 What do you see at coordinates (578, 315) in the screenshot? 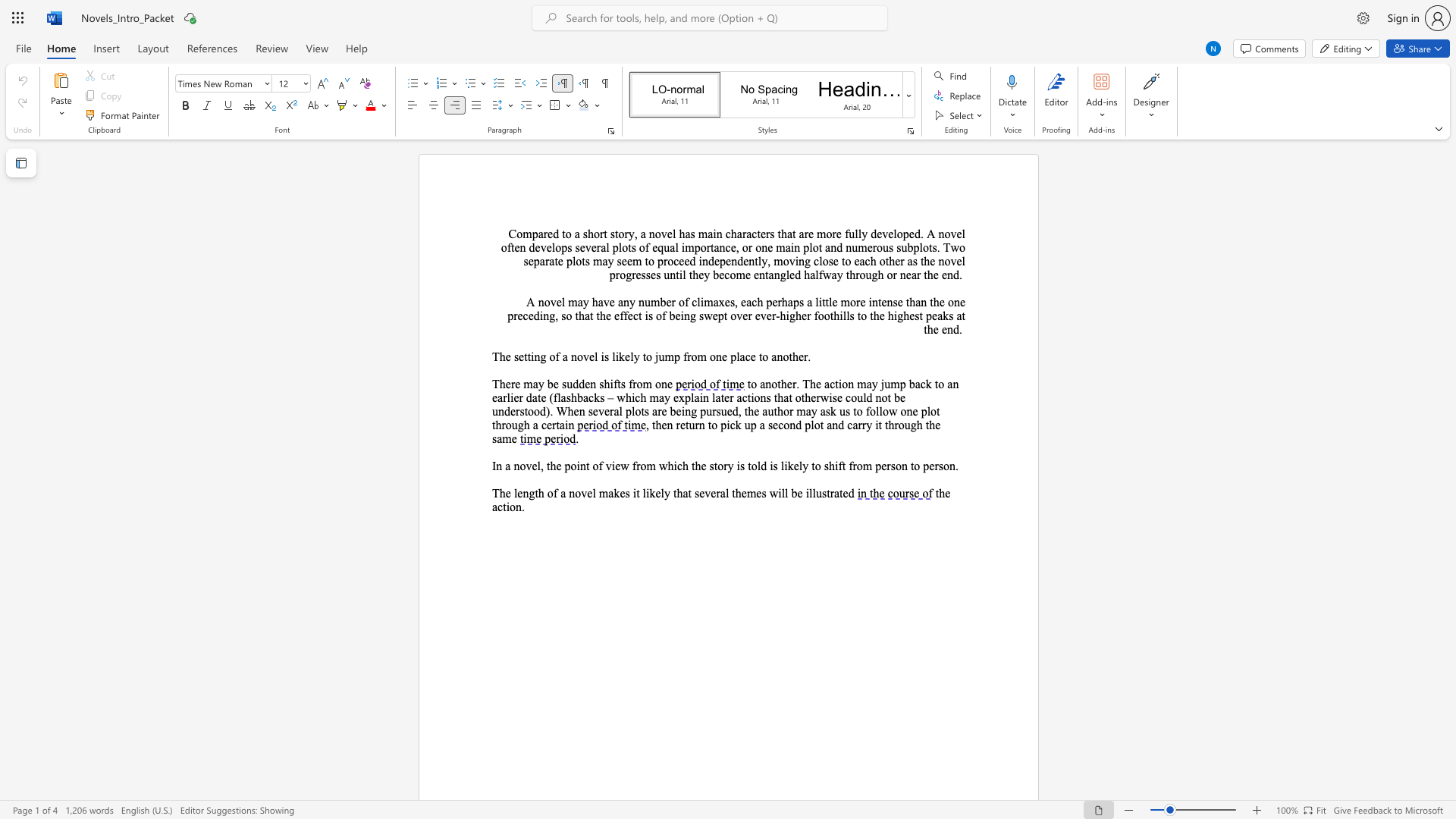
I see `the subset text "hat the effect is of being swept over ever-higher foothills to the highe" within the text "little more intense than the one preceding, so that the effect is of being swept over ever-higher foothills to the highest peaks at the end."` at bounding box center [578, 315].